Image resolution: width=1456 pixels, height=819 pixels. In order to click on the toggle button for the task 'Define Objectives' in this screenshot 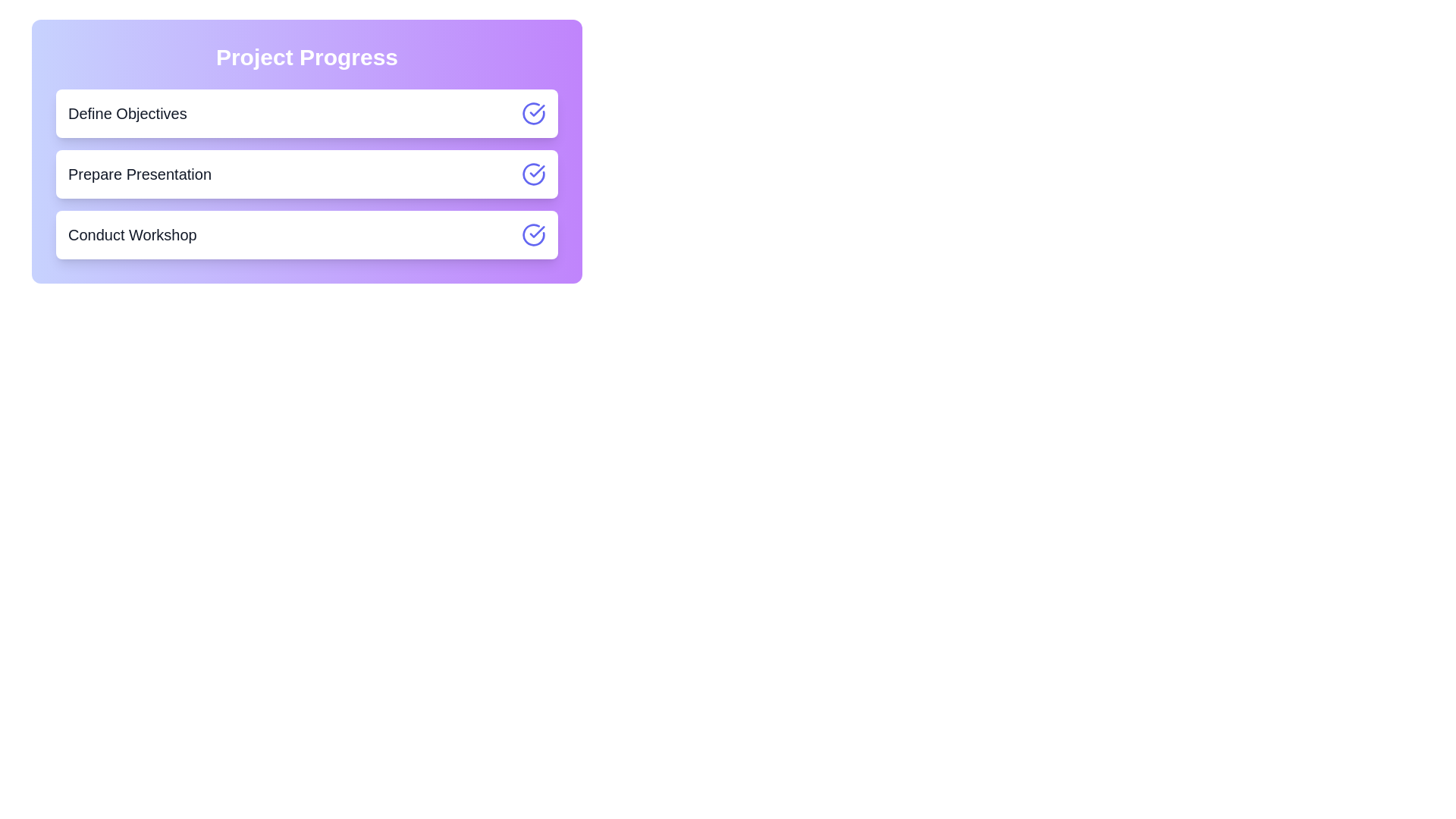, I will do `click(534, 113)`.